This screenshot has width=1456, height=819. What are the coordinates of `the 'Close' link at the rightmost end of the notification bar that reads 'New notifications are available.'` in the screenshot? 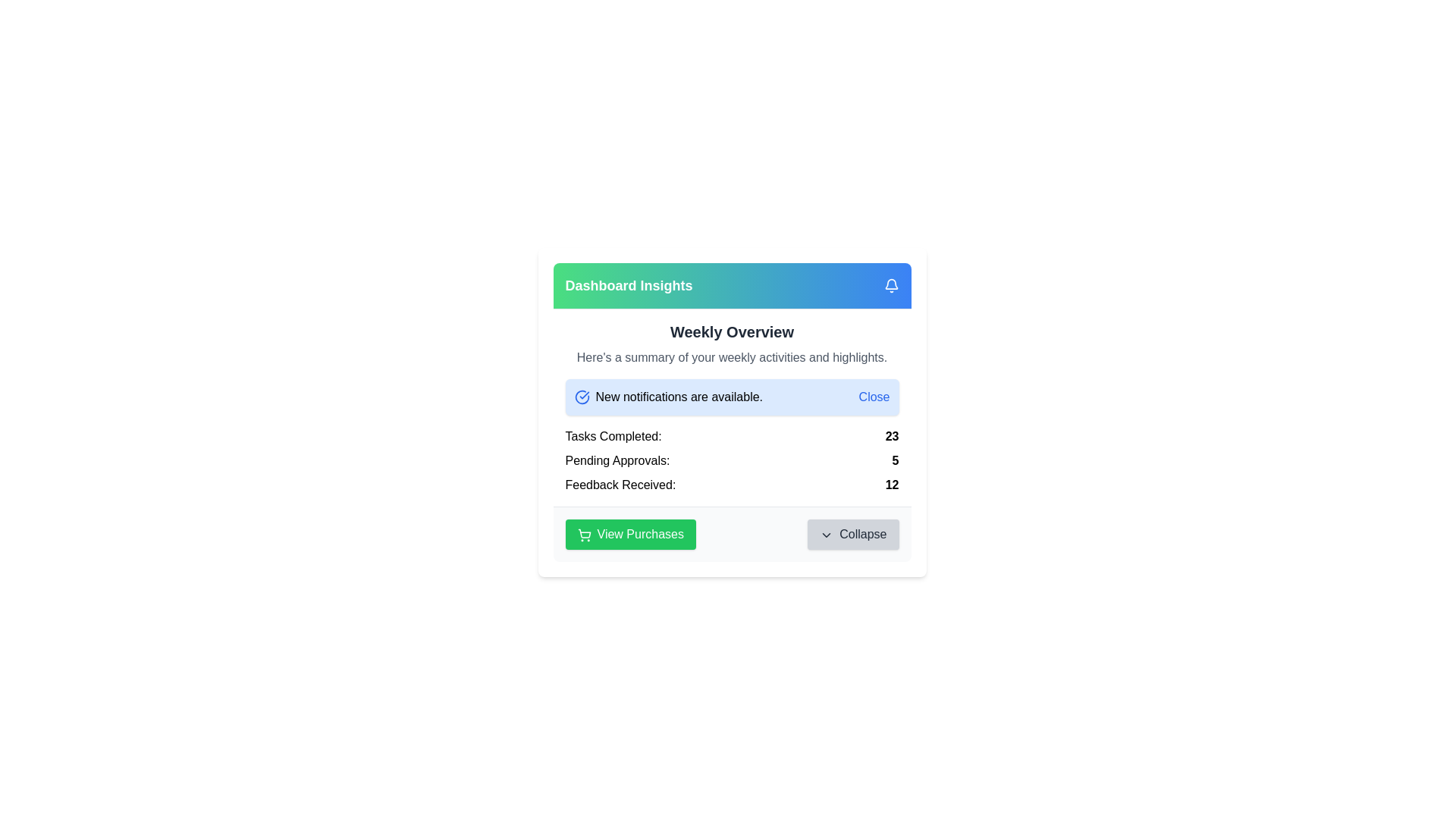 It's located at (874, 397).